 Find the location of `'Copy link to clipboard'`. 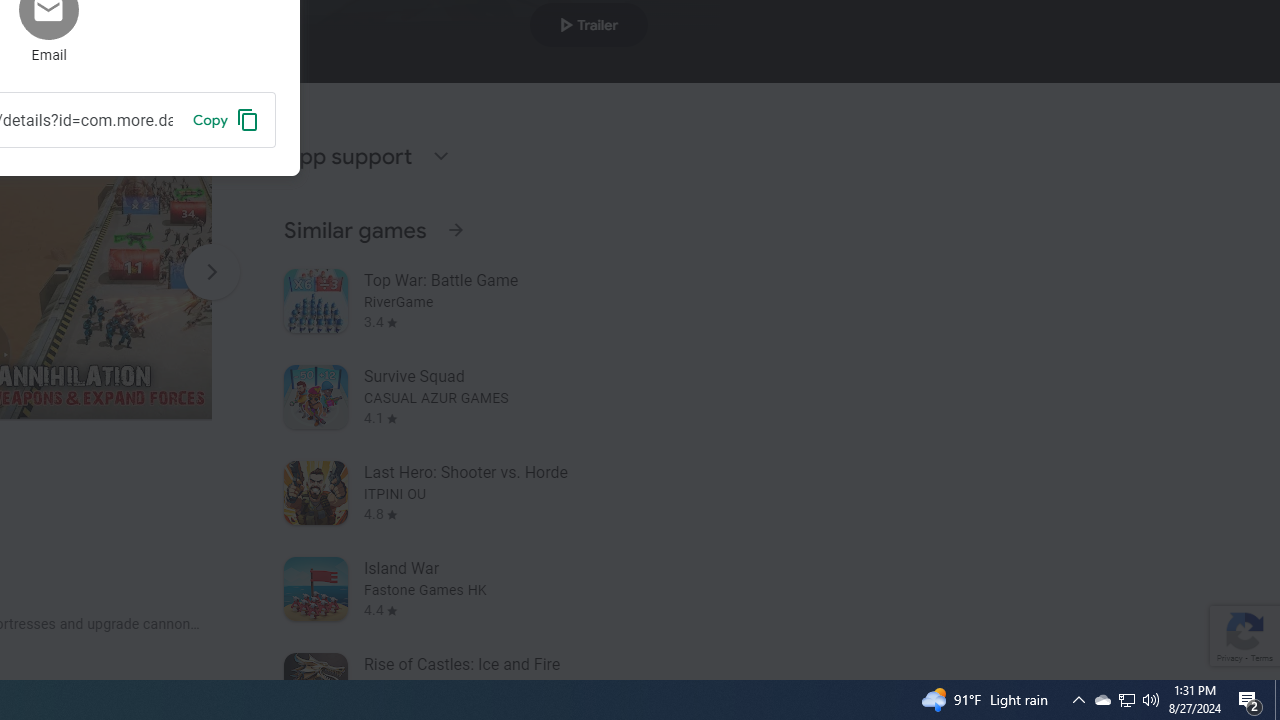

'Copy link to clipboard' is located at coordinates (225, 119).